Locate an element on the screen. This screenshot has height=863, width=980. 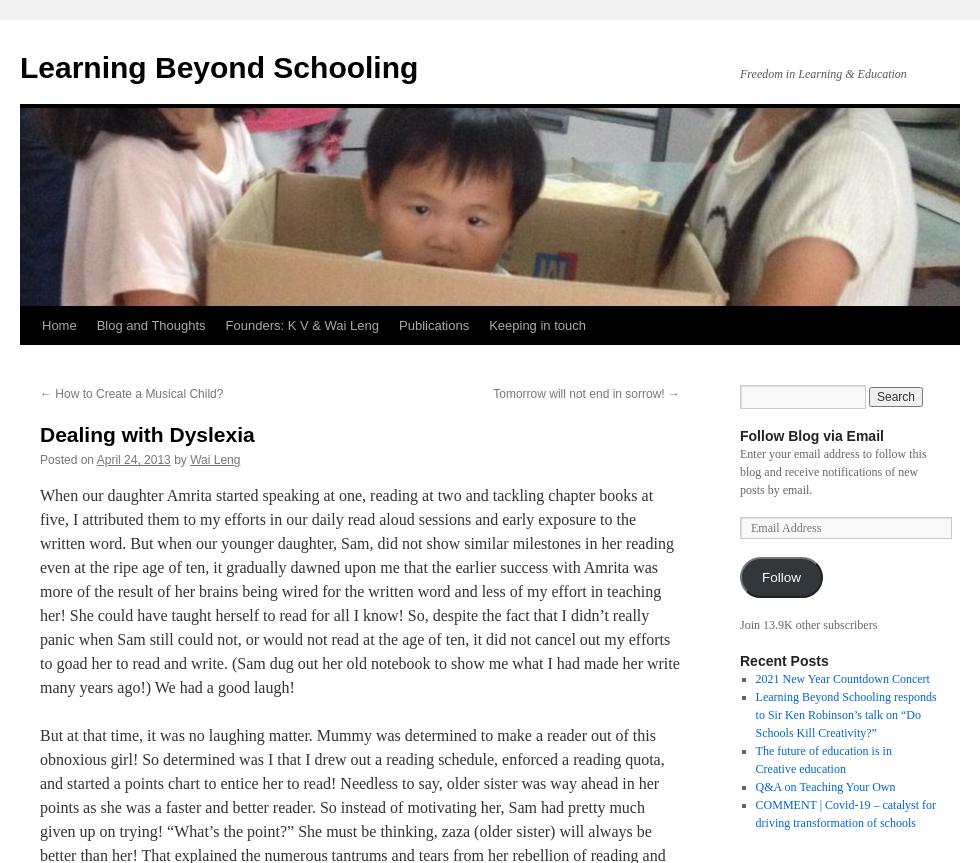
'Wai Leng' is located at coordinates (215, 458).